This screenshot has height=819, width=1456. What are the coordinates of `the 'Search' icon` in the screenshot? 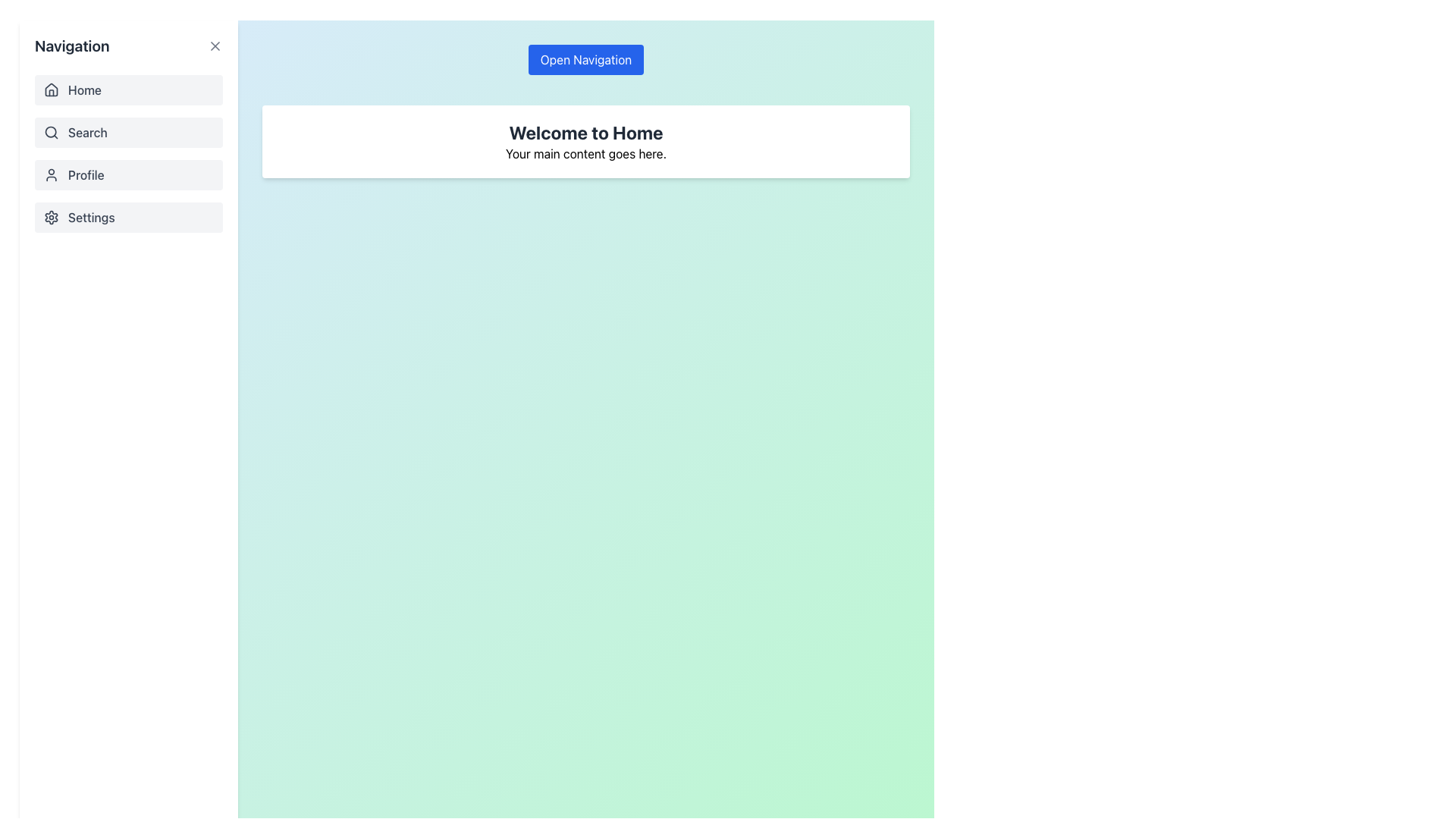 It's located at (51, 131).